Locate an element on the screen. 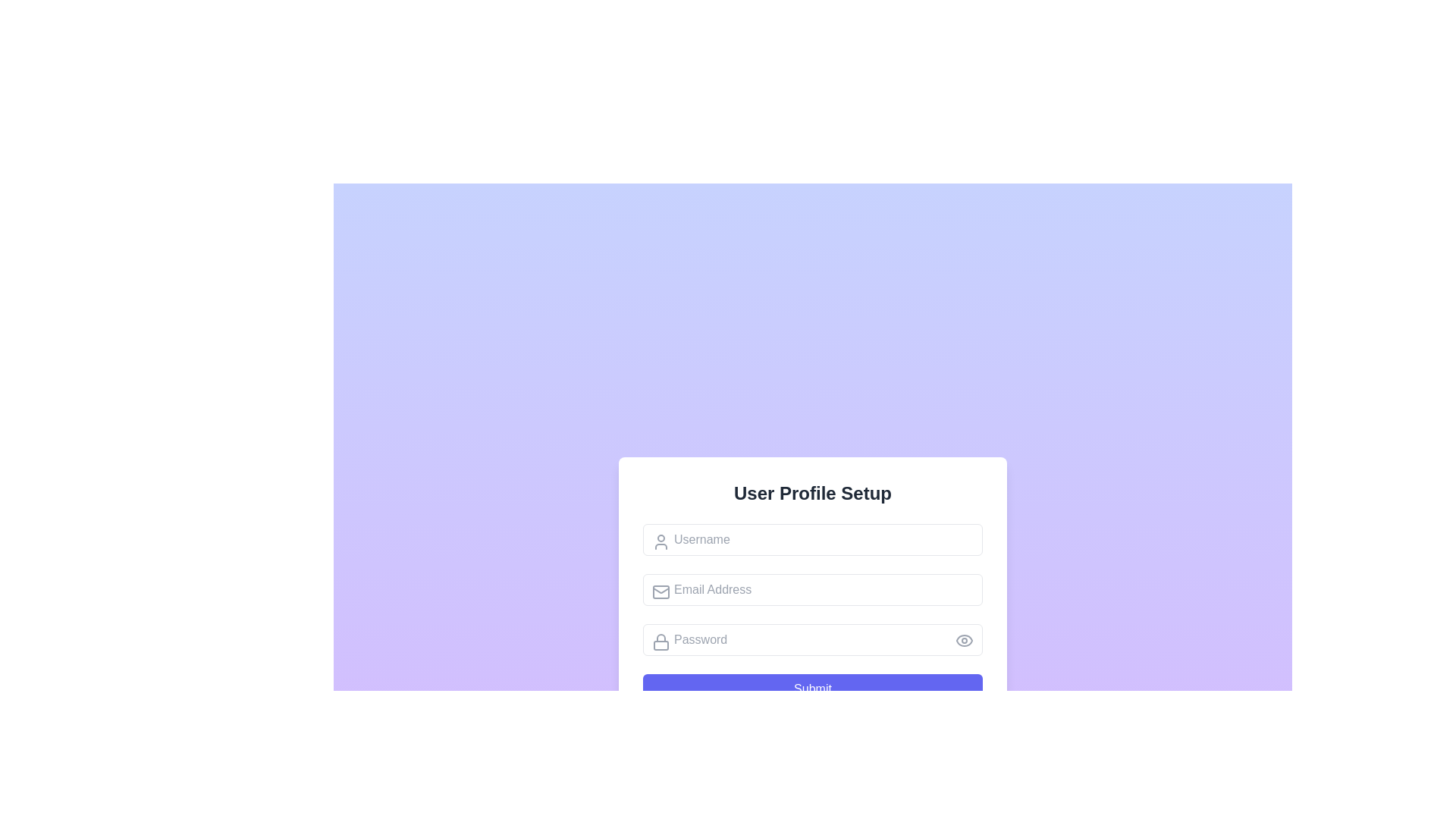 The height and width of the screenshot is (819, 1456). the 'Submit' button with rounded edges, deep indigo background, and white text located at the bottom of the 'User Profile Setup' form is located at coordinates (811, 689).